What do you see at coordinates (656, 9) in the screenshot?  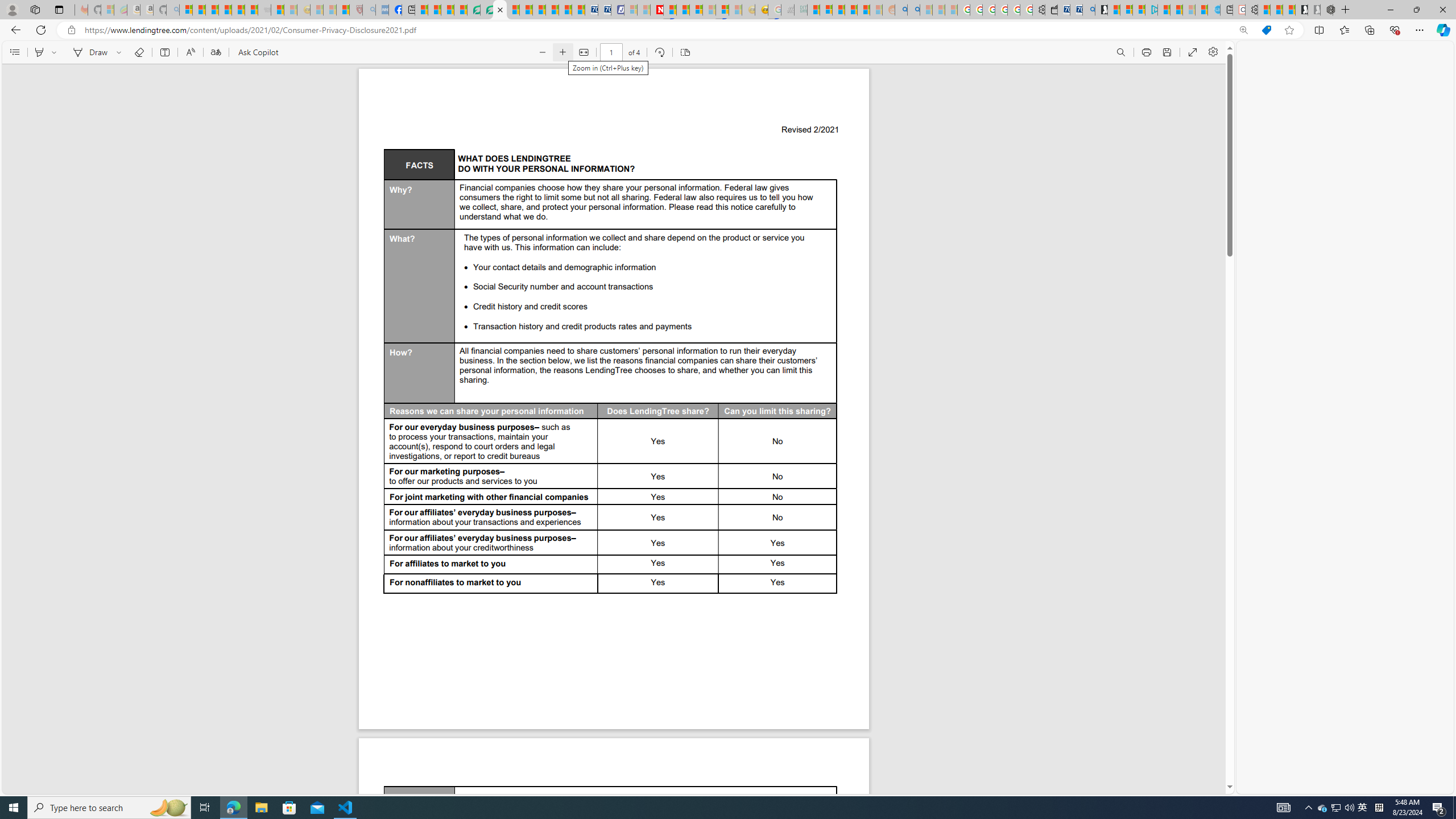 I see `'Latest Politics News & Archive | Newsweek.com'` at bounding box center [656, 9].